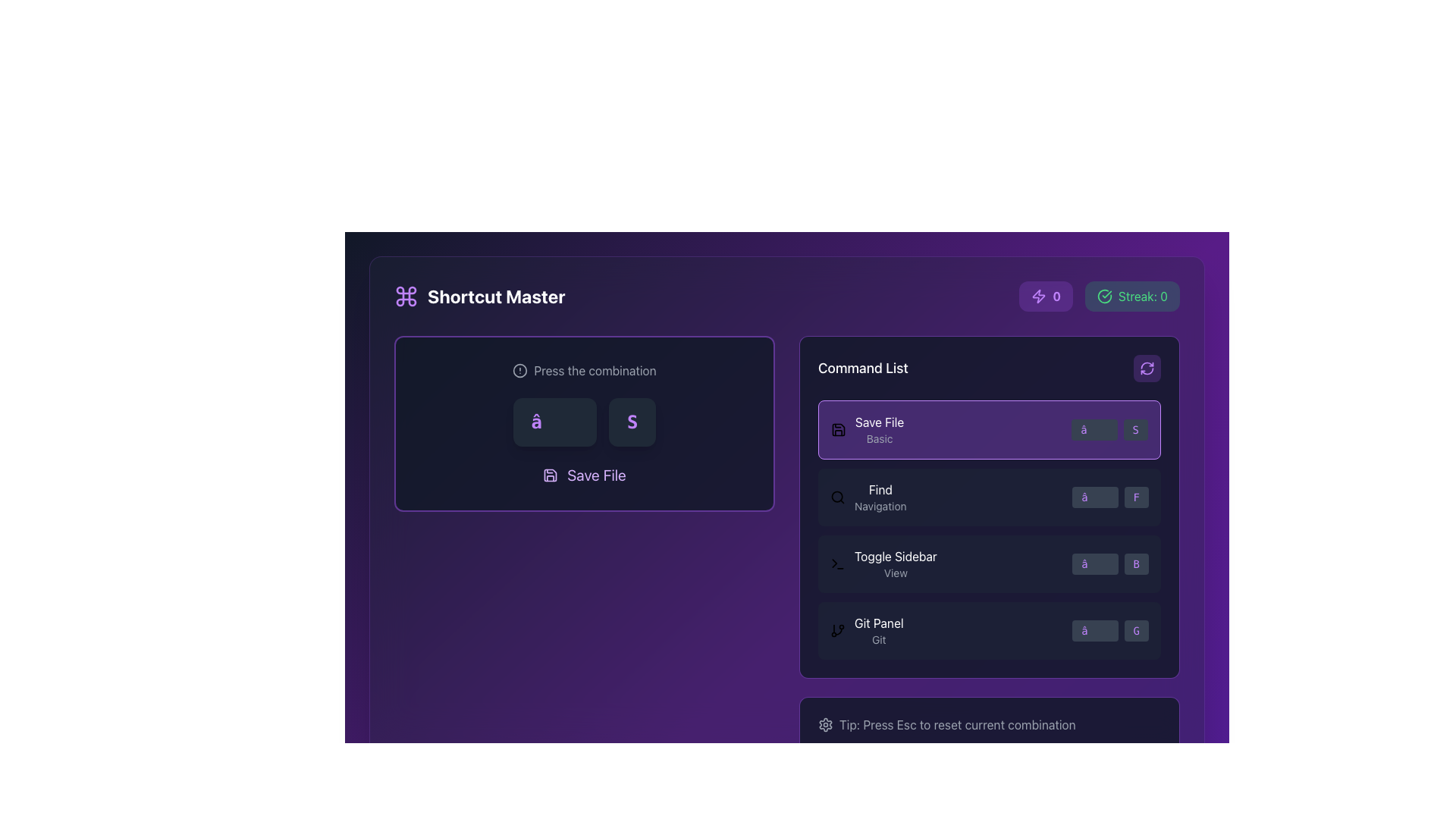  I want to click on the 'Find Navigation' command option text element located in the 'Command List' section, positioned between 'Save File' and 'Toggle Sidebar', so click(880, 497).